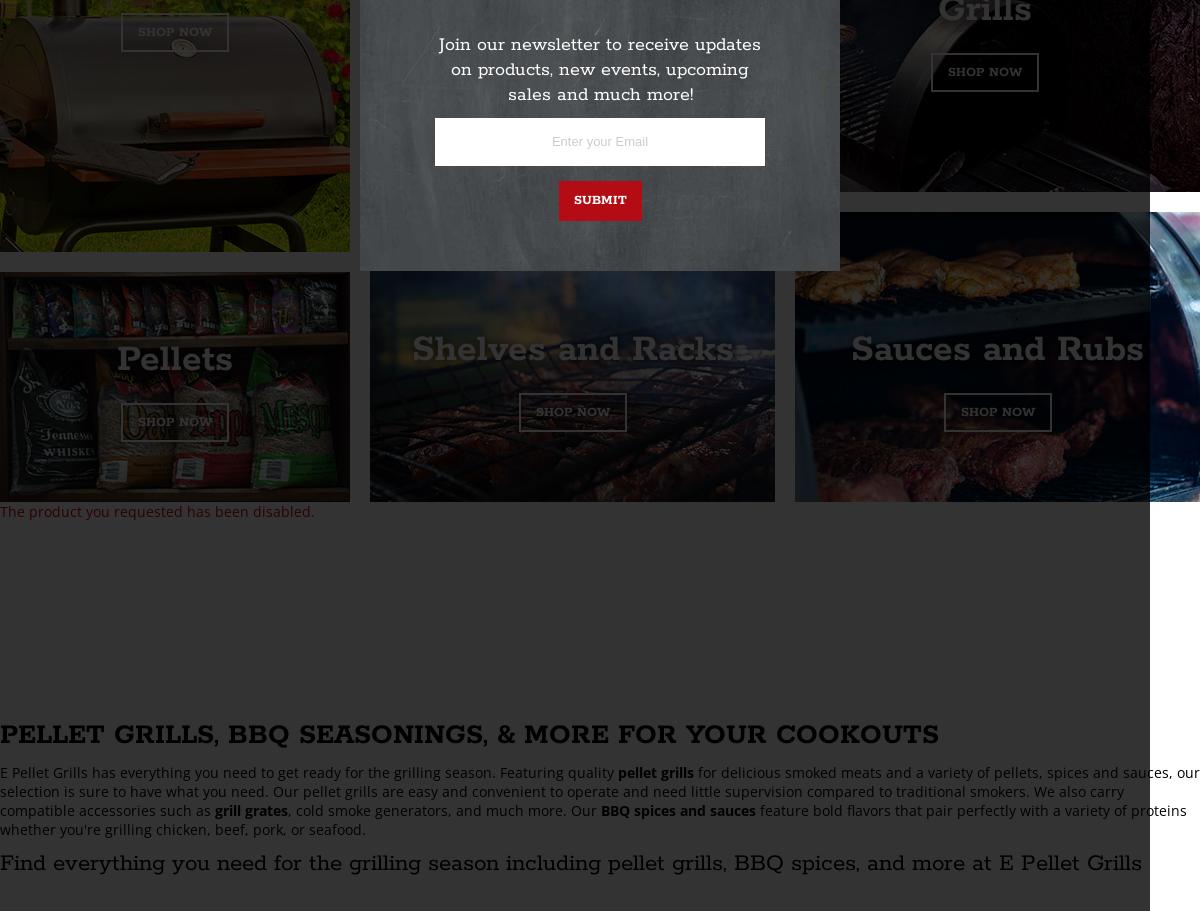 The width and height of the screenshot is (1200, 911). What do you see at coordinates (156, 511) in the screenshot?
I see `'The product you requested has been disabled.'` at bounding box center [156, 511].